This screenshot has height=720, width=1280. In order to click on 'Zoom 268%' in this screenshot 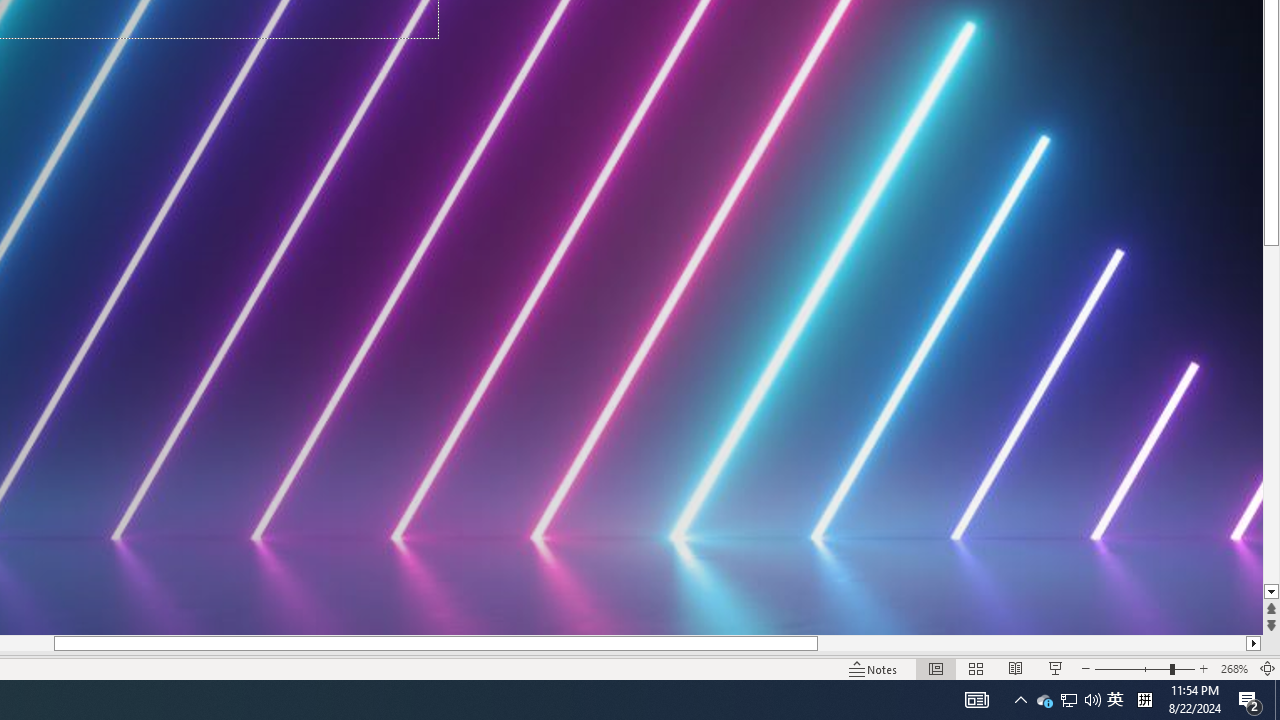, I will do `click(1233, 669)`.